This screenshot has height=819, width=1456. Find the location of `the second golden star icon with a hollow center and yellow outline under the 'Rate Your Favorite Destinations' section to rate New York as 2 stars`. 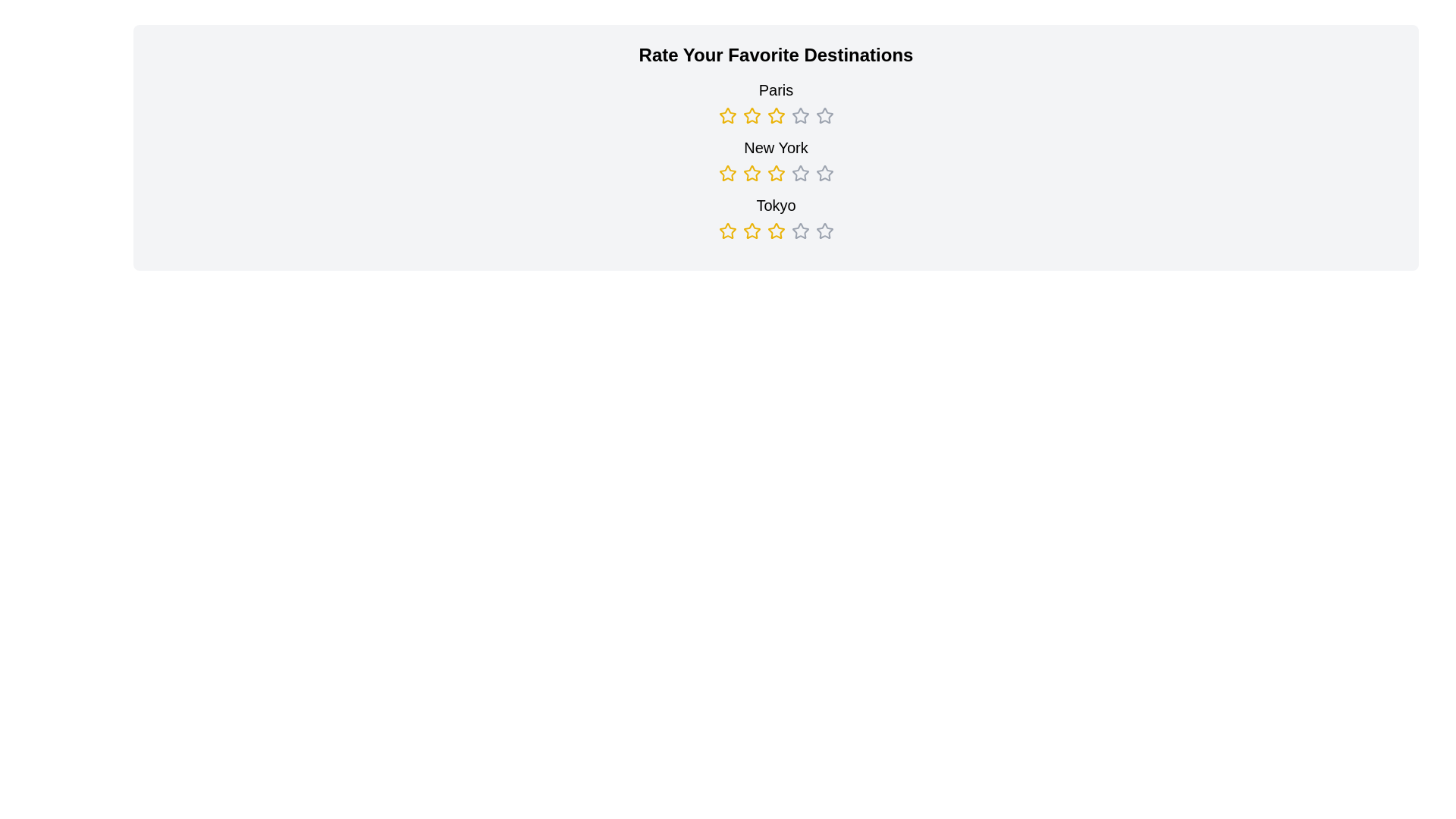

the second golden star icon with a hollow center and yellow outline under the 'Rate Your Favorite Destinations' section to rate New York as 2 stars is located at coordinates (751, 171).